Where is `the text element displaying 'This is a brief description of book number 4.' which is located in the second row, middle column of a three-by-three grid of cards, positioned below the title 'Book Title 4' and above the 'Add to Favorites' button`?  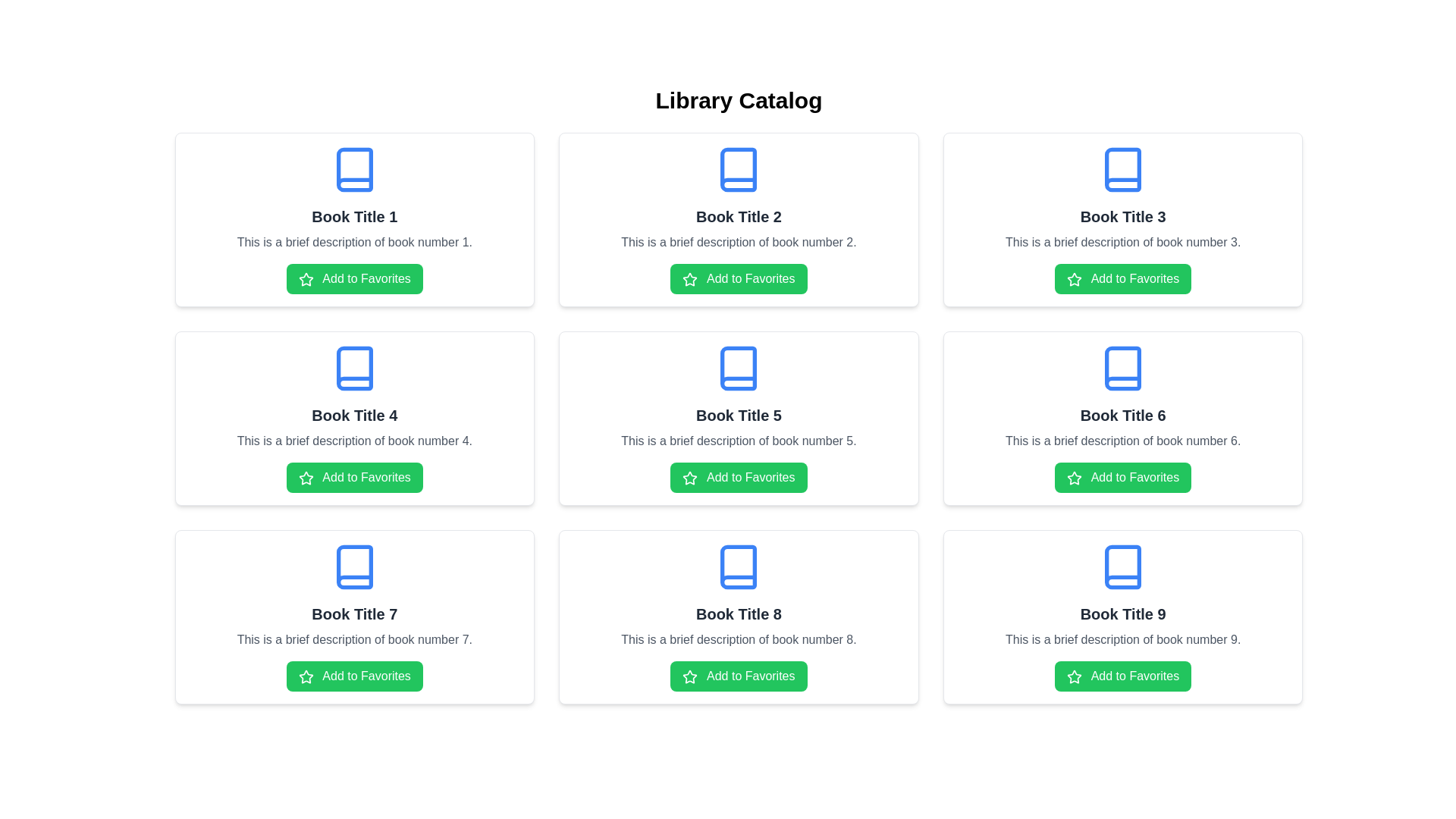 the text element displaying 'This is a brief description of book number 4.' which is located in the second row, middle column of a three-by-three grid of cards, positioned below the title 'Book Title 4' and above the 'Add to Favorites' button is located at coordinates (353, 441).